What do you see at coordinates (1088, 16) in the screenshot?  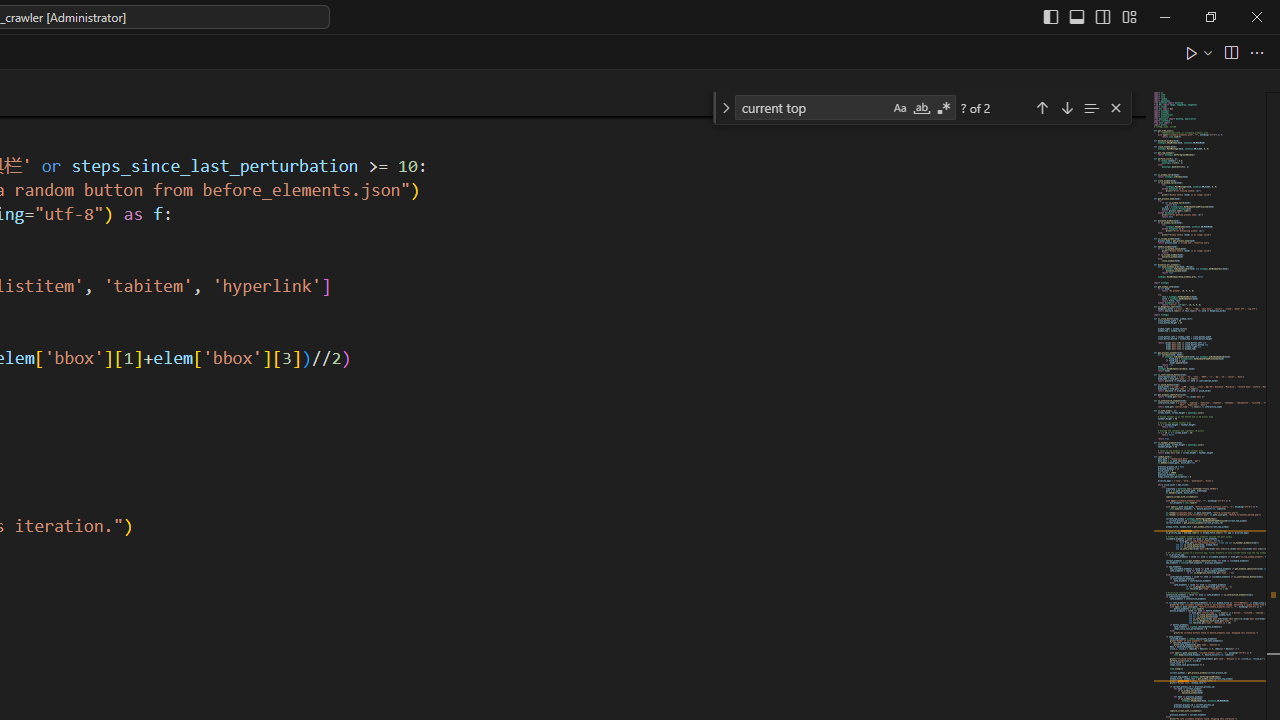 I see `'Title actions'` at bounding box center [1088, 16].